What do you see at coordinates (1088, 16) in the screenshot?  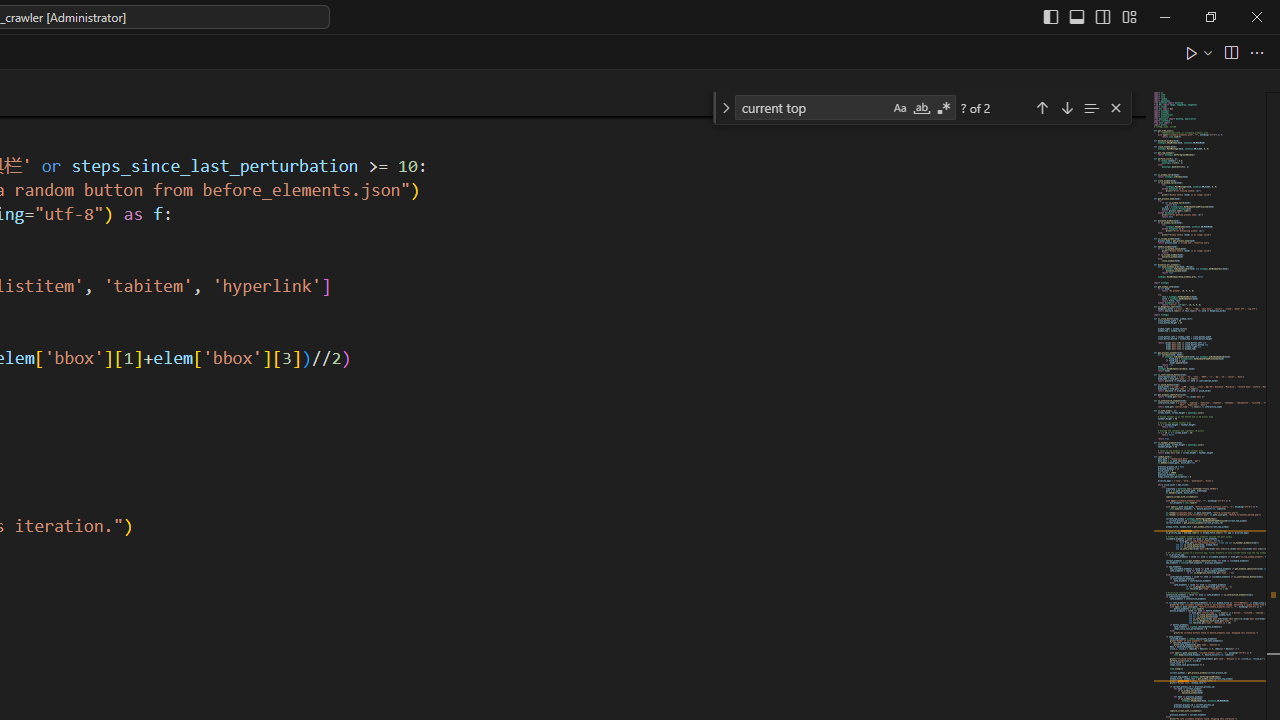 I see `'Title actions'` at bounding box center [1088, 16].